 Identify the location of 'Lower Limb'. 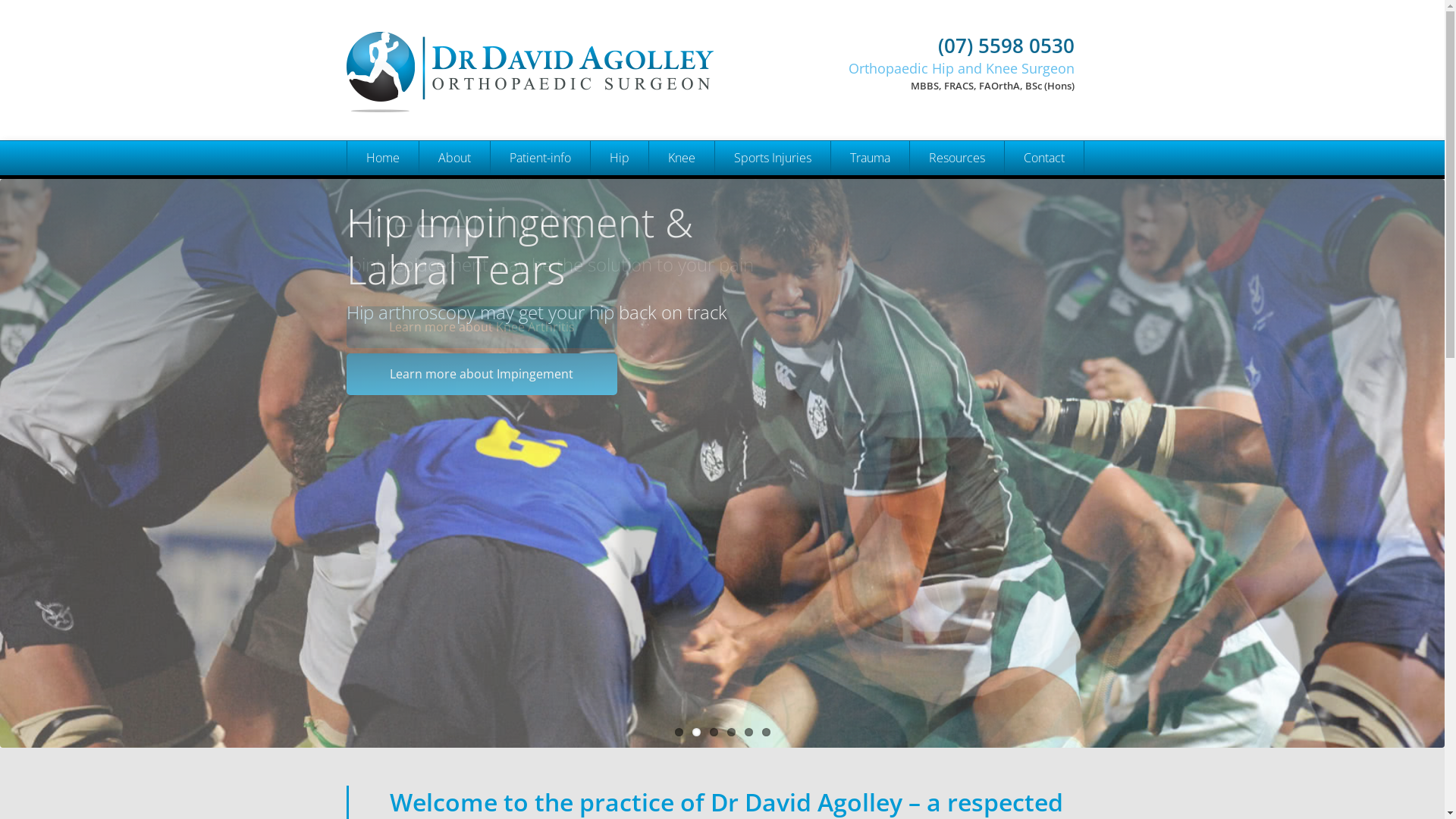
(869, 226).